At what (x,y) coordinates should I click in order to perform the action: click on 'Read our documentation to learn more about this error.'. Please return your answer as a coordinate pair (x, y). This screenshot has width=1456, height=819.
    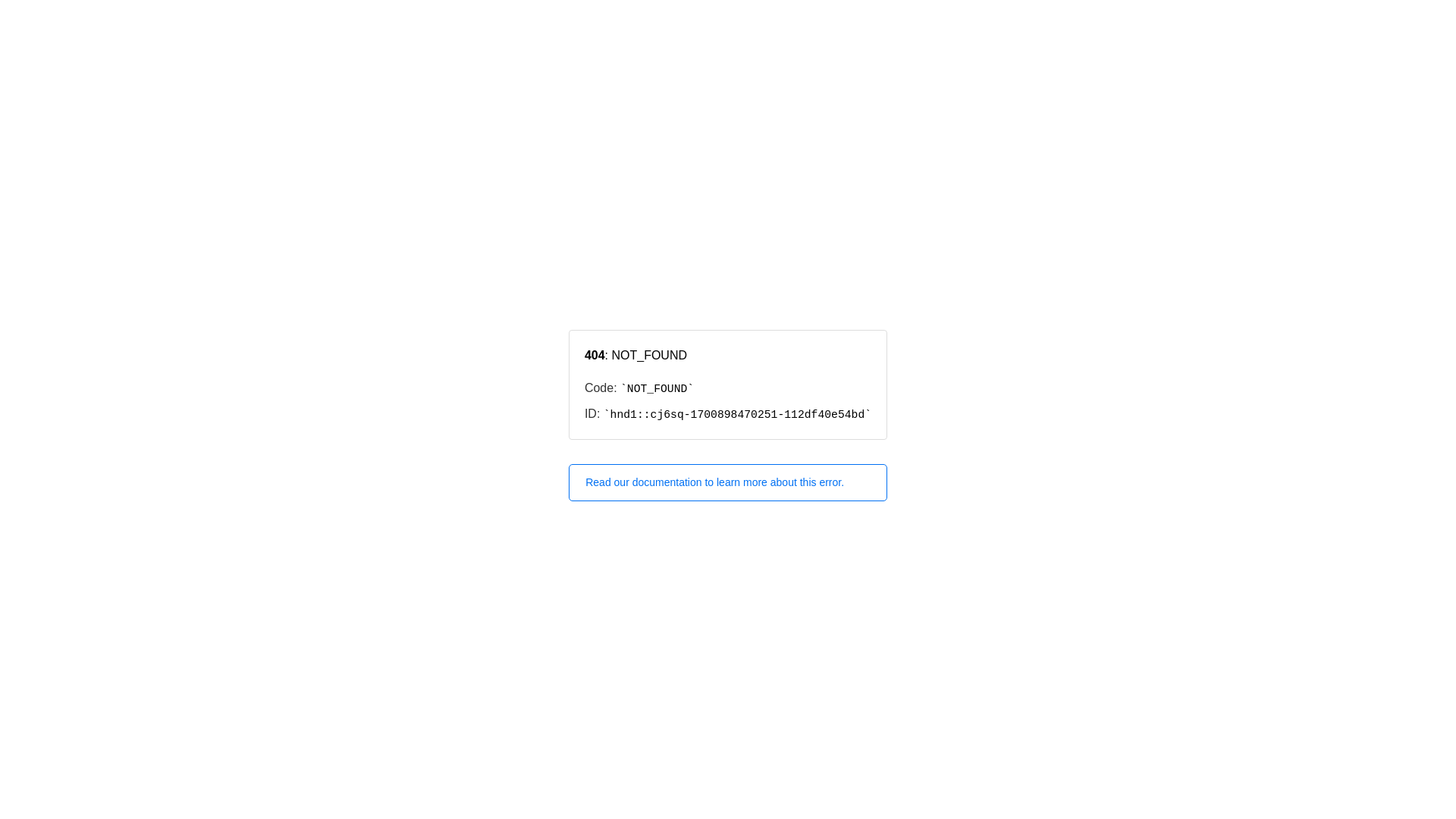
    Looking at the image, I should click on (728, 482).